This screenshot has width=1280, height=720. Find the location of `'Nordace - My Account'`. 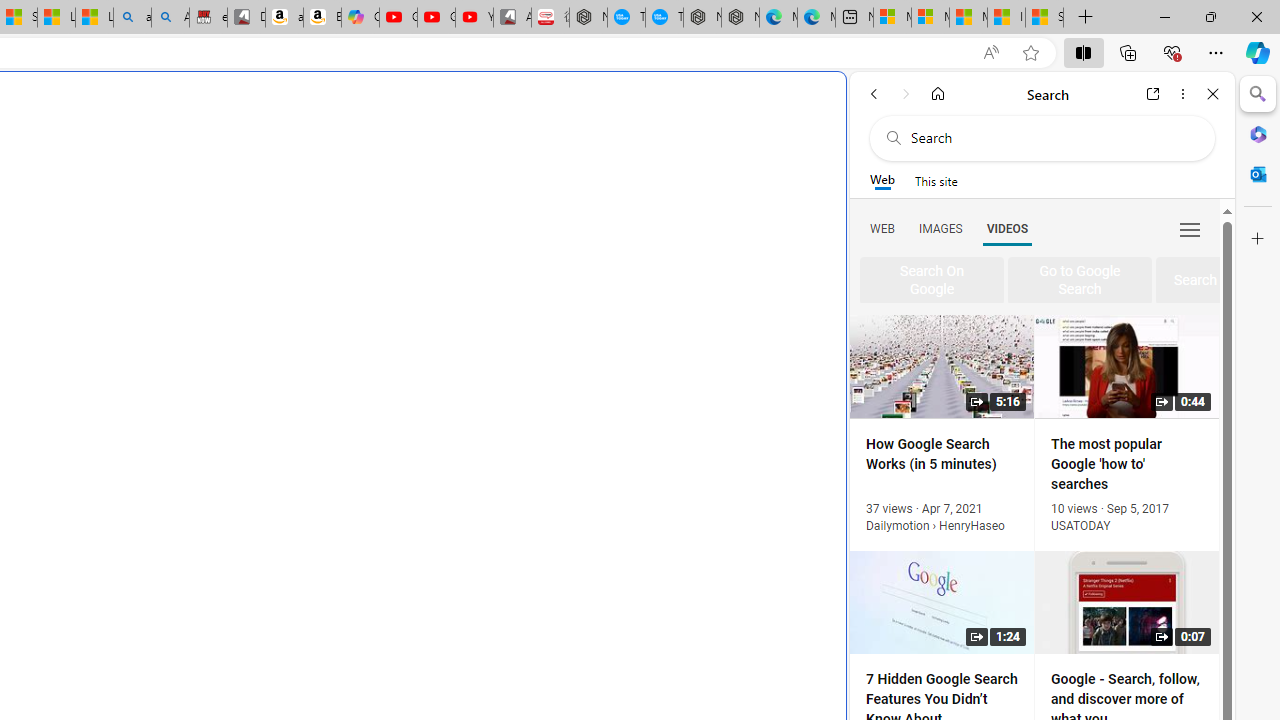

'Nordace - My Account' is located at coordinates (587, 17).